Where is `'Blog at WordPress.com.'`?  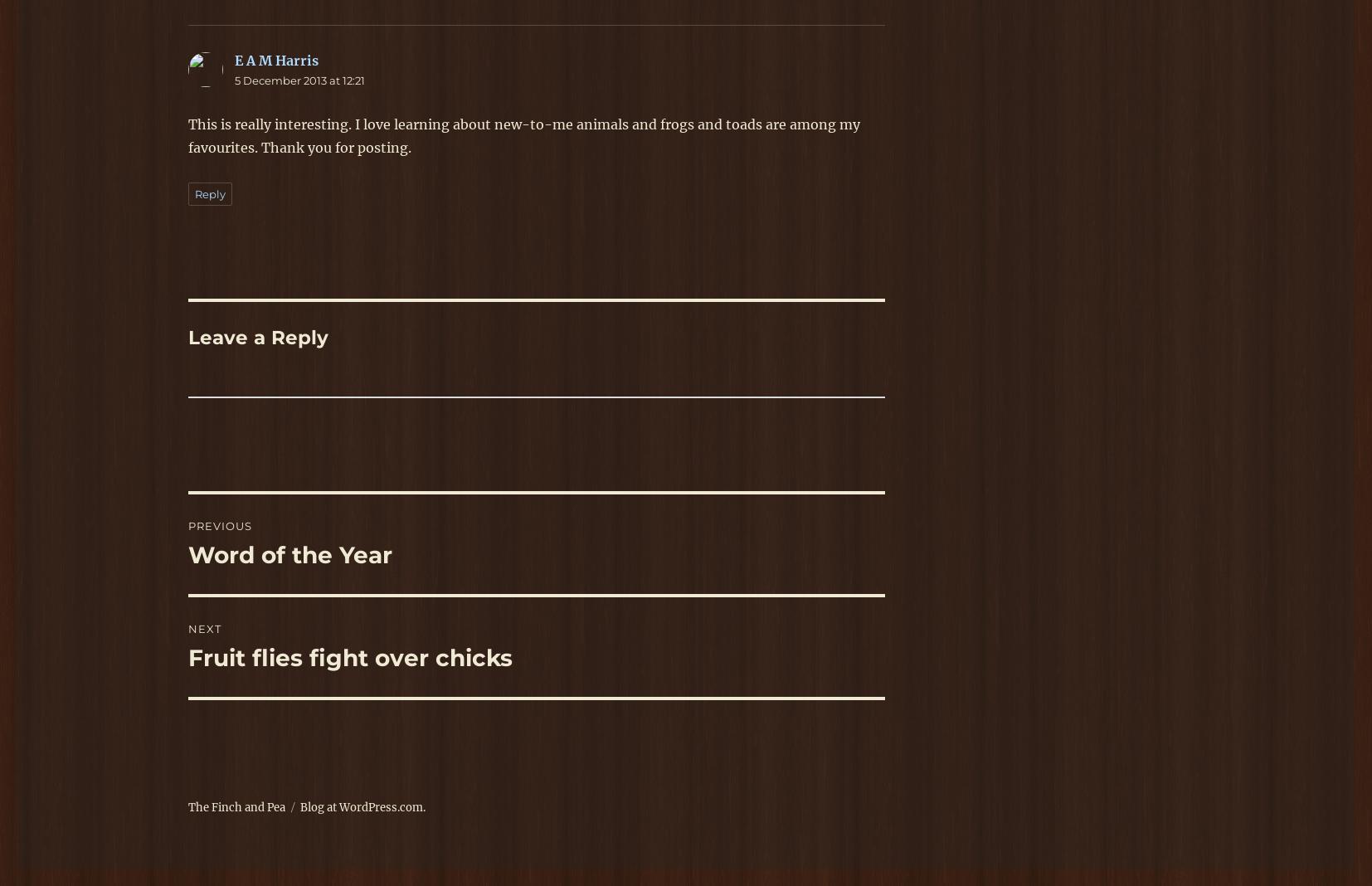
'Blog at WordPress.com.' is located at coordinates (362, 807).